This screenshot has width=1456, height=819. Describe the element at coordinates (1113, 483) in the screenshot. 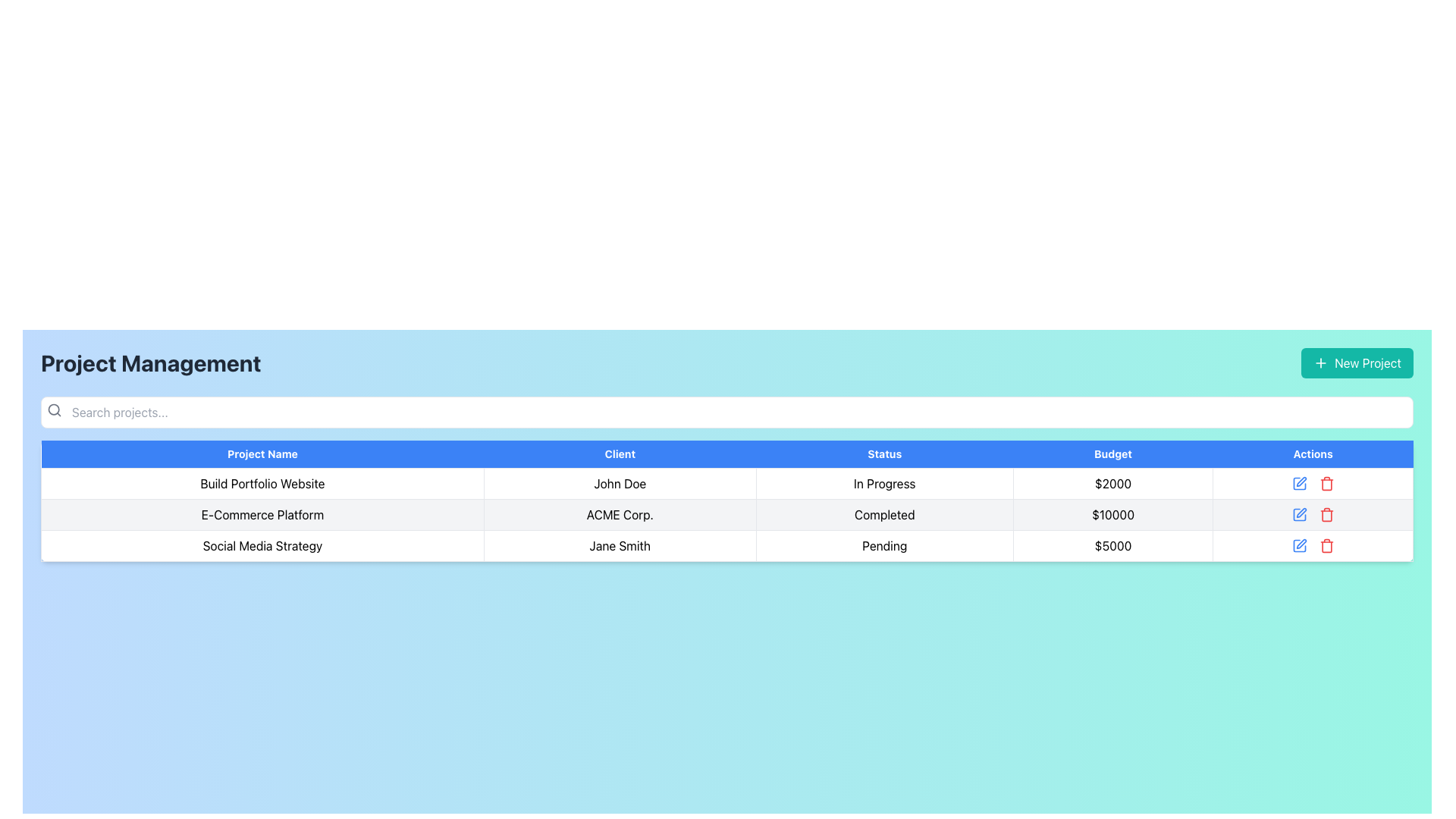

I see `the budget display text for the project titled 'Build Portfolio Website', located in the fourth column under the 'Budget' header` at that location.